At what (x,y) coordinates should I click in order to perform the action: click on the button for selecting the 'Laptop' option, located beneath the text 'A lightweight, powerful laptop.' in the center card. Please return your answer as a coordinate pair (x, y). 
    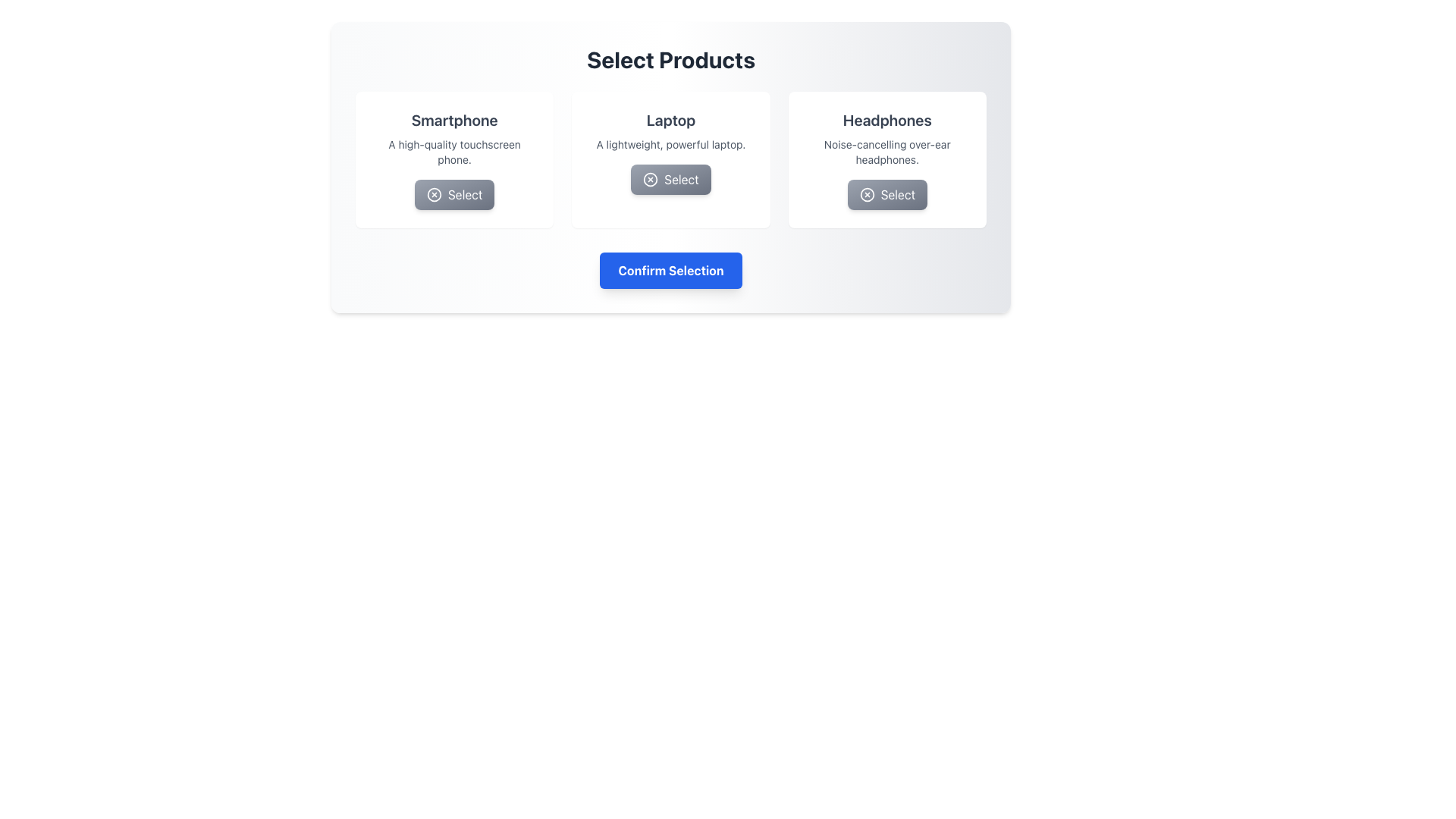
    Looking at the image, I should click on (670, 178).